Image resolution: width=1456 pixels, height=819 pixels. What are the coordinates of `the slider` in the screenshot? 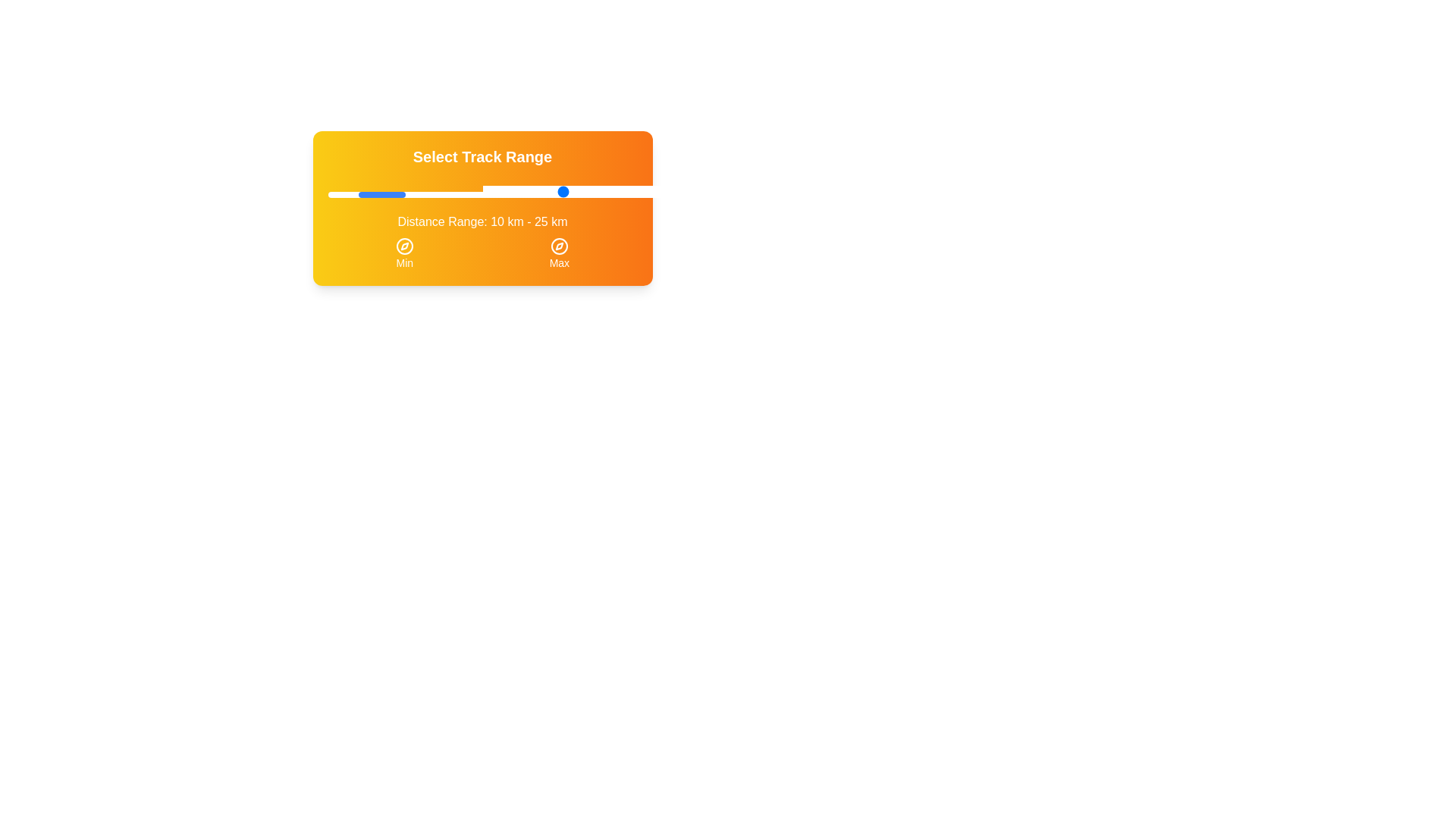 It's located at (491, 191).